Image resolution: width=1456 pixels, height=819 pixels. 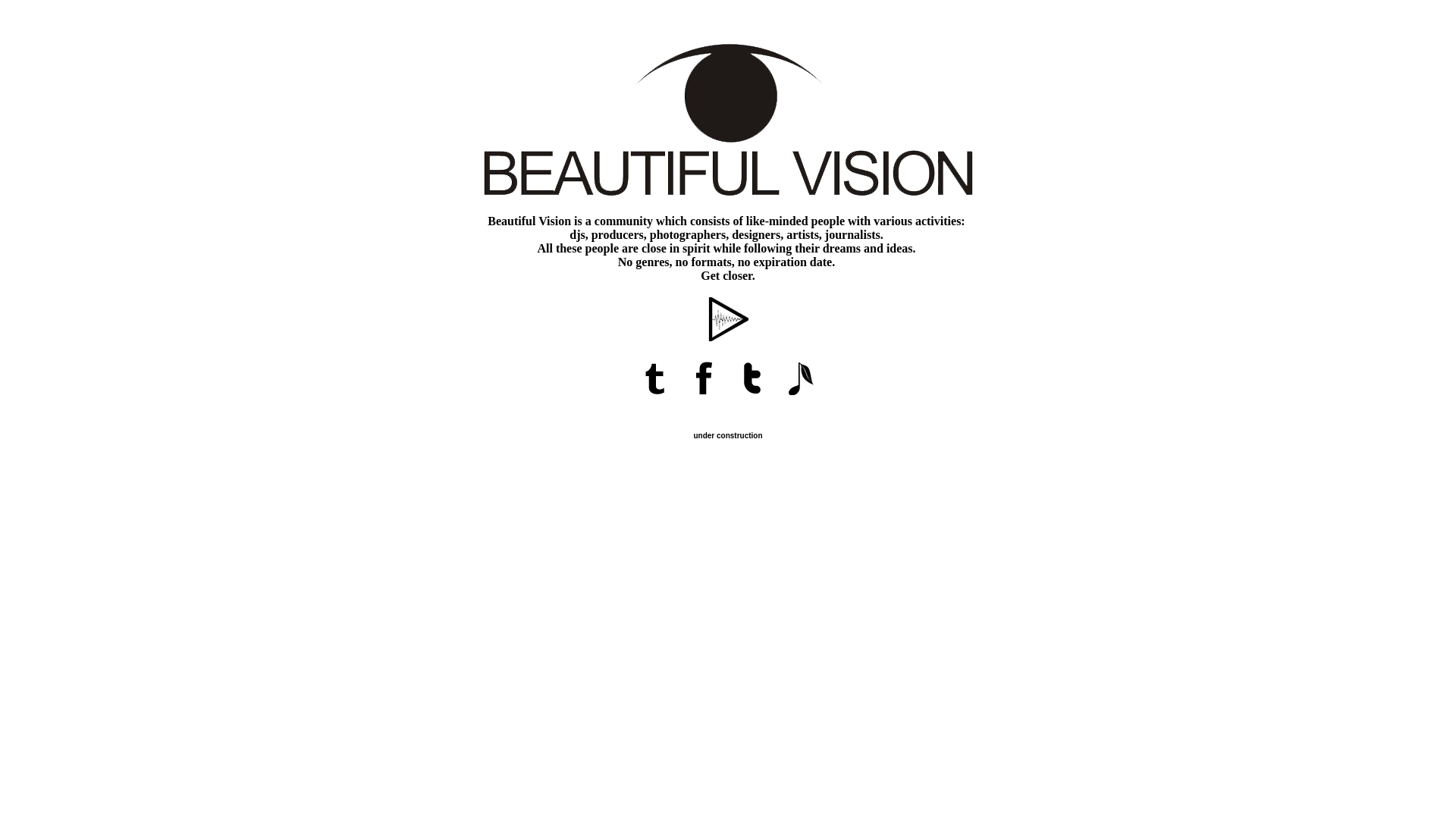 I want to click on 'Beautiful Vision on Facebook', so click(x=702, y=396).